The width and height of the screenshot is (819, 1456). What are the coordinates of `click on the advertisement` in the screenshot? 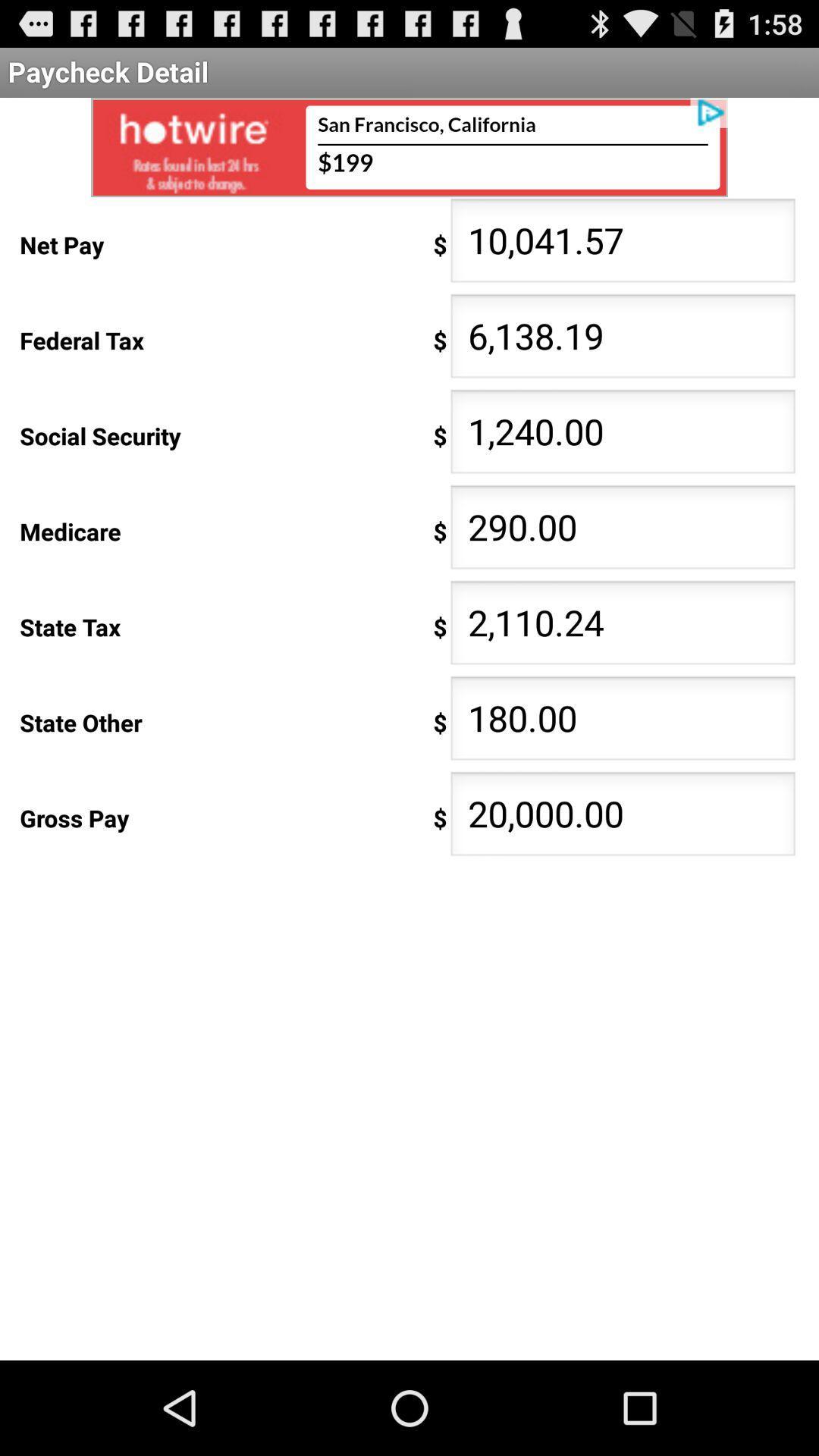 It's located at (409, 147).